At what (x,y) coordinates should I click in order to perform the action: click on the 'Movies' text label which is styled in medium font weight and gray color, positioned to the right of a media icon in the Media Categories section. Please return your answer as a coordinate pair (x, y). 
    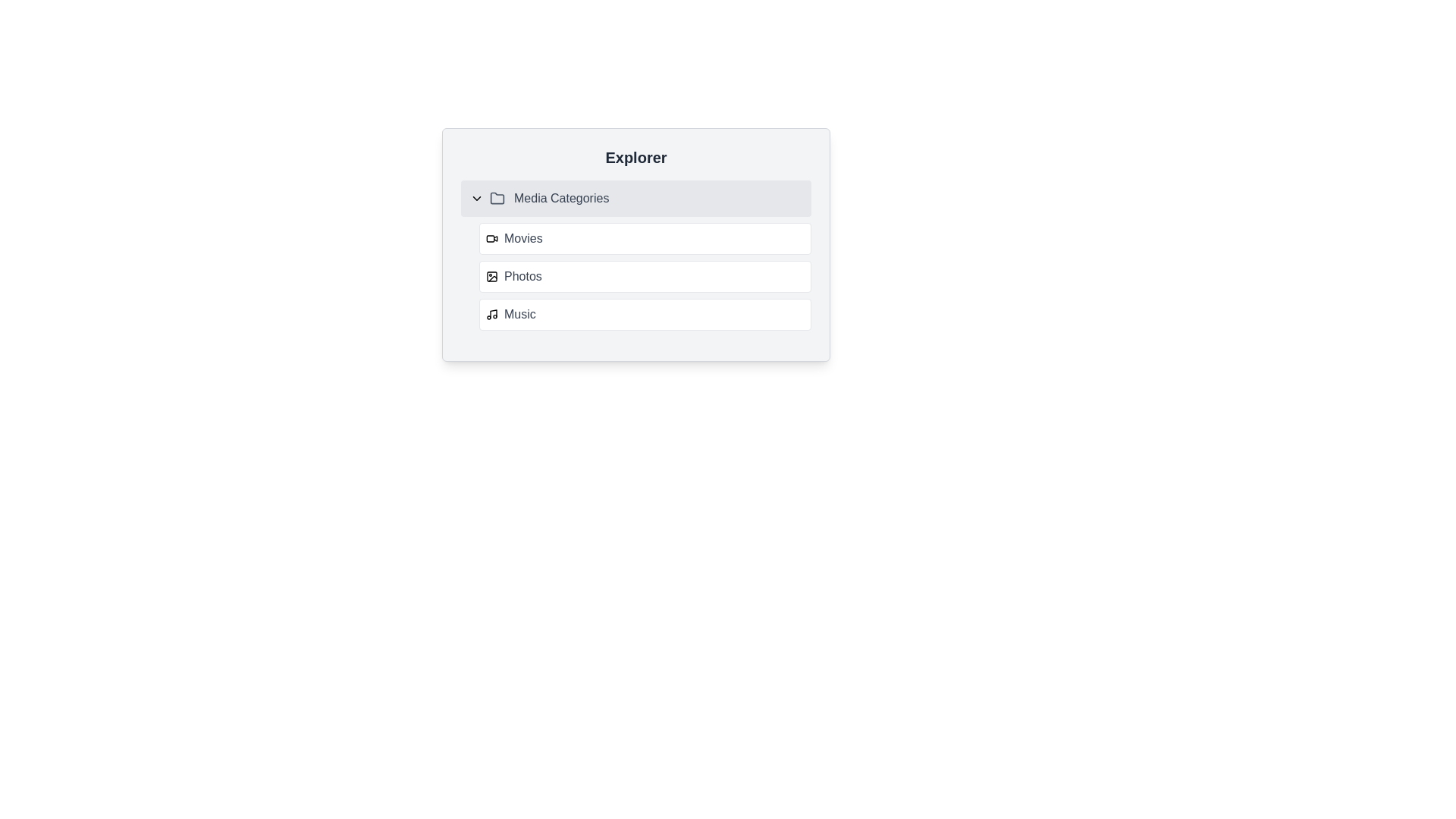
    Looking at the image, I should click on (523, 239).